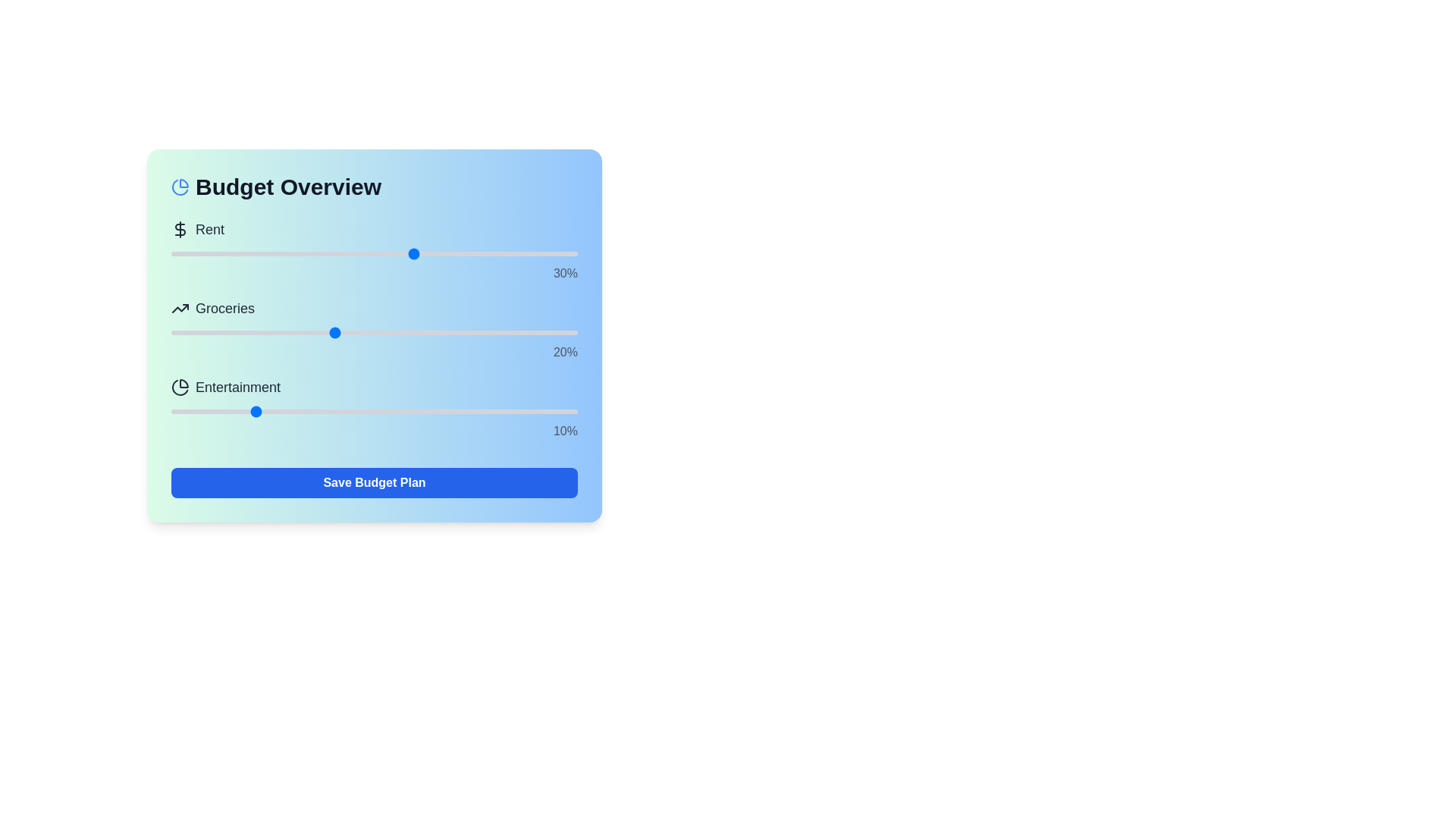  I want to click on the icon located to the left of the 'Budget Overview' title in the header section of the card, so click(180, 186).